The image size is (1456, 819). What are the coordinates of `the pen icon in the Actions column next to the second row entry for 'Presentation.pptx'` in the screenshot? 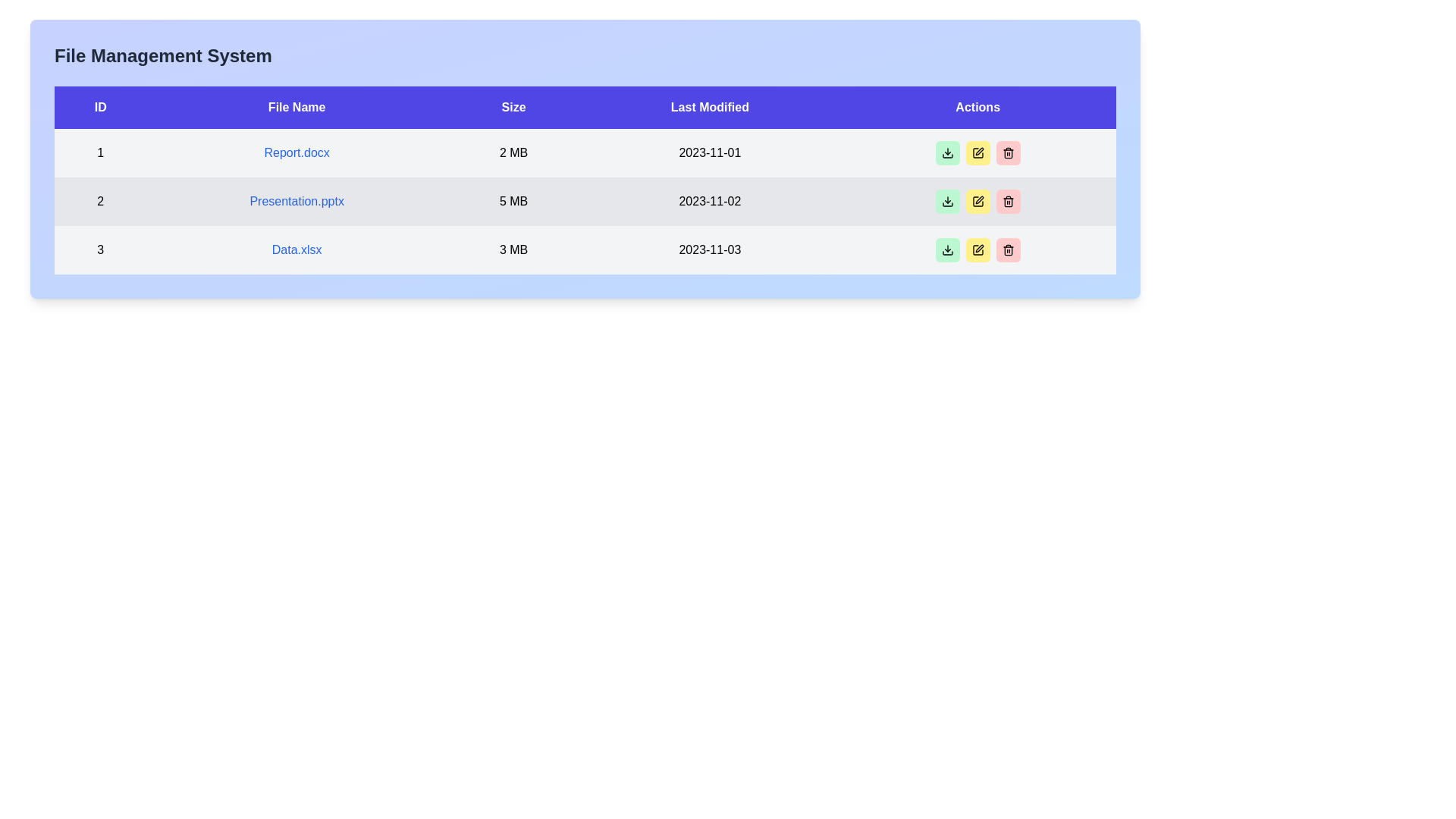 It's located at (979, 152).